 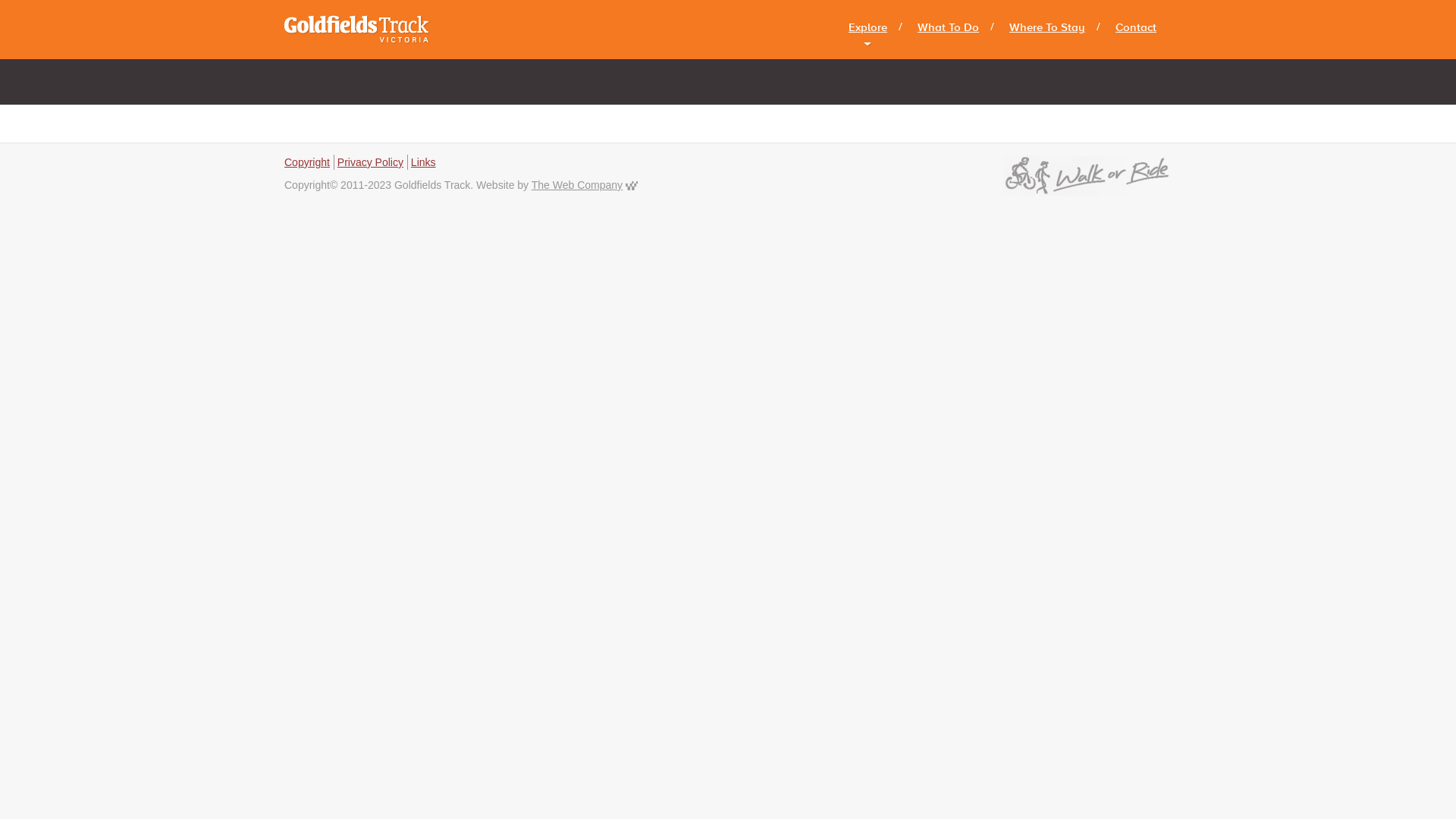 What do you see at coordinates (576, 184) in the screenshot?
I see `'The Web Company'` at bounding box center [576, 184].